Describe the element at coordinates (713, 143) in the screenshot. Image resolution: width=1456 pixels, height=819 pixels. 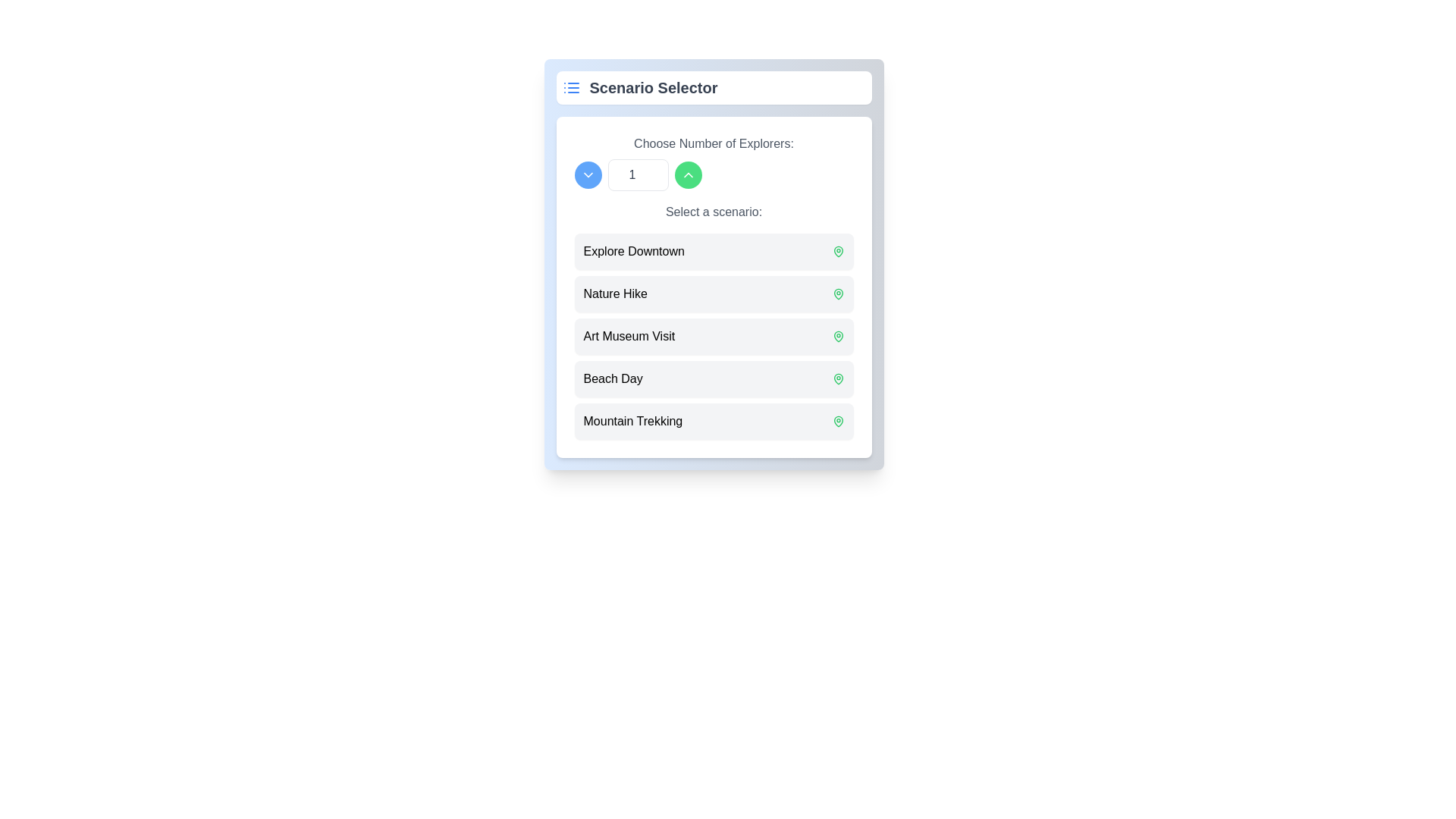
I see `the centrally aligned text label that provides instructions for the user interface controls for selecting the number of explorers, located at the top of the content area` at that location.